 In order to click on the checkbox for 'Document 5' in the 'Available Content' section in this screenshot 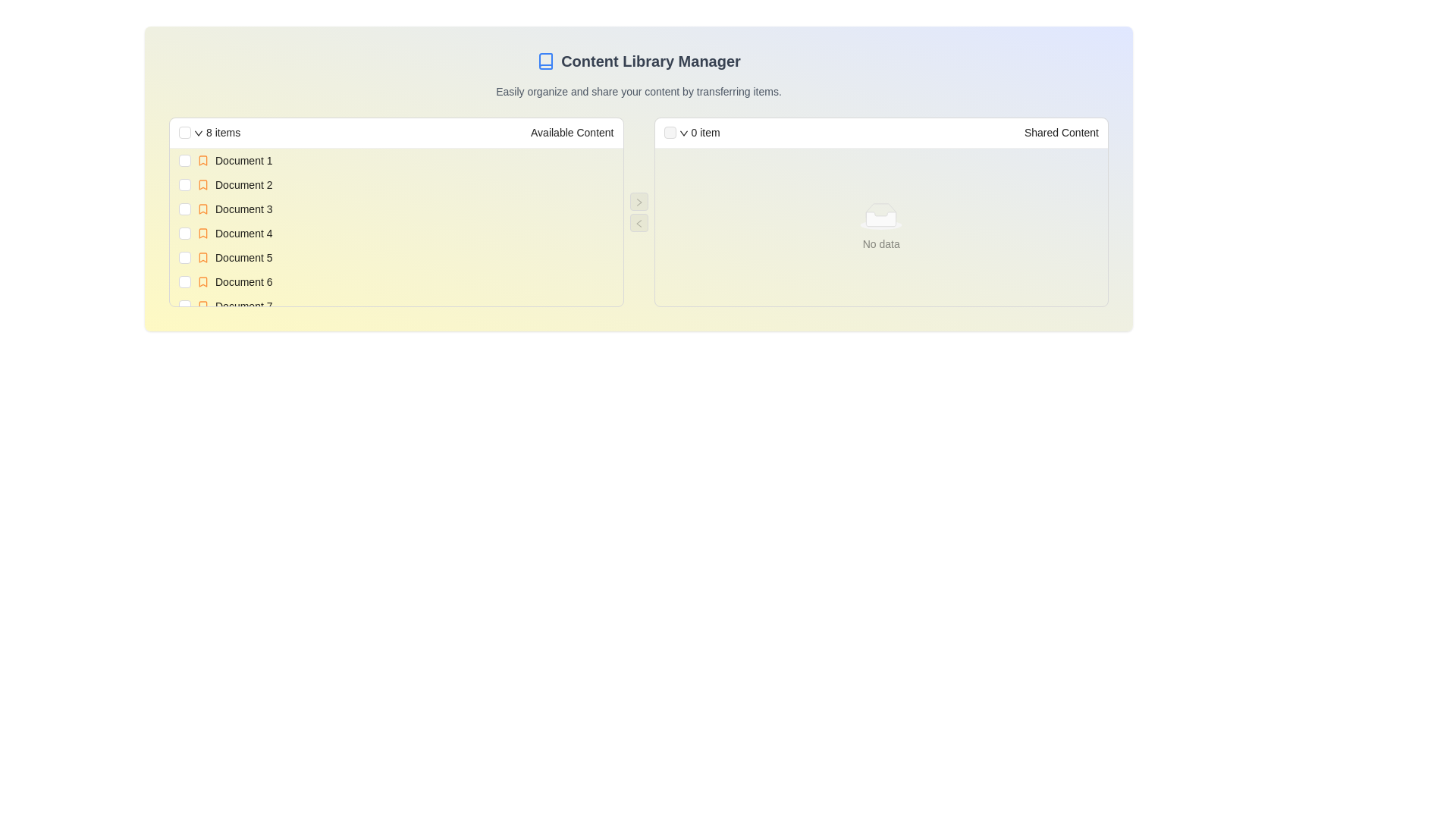, I will do `click(184, 256)`.